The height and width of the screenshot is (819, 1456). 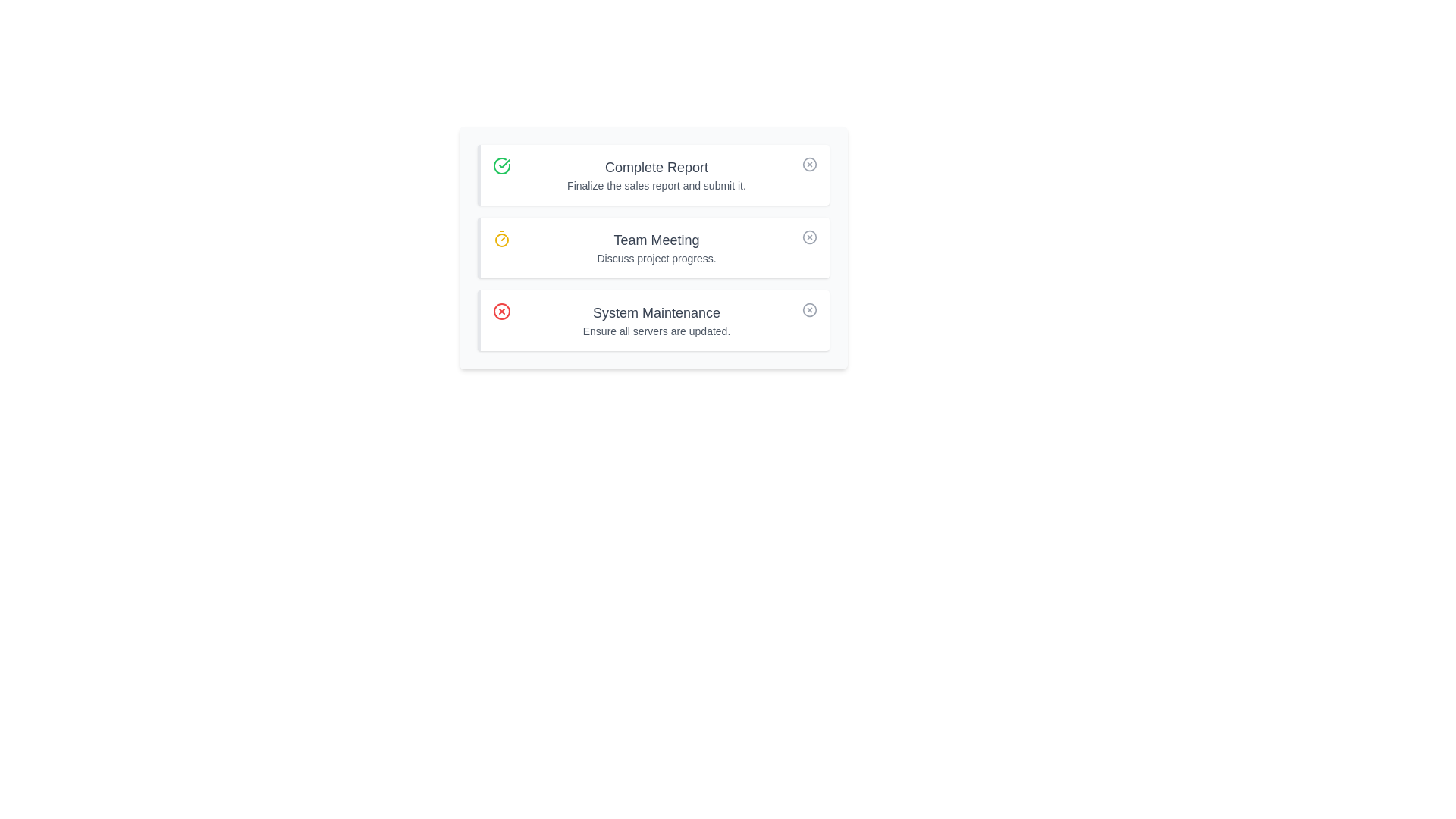 What do you see at coordinates (654, 247) in the screenshot?
I see `the task titled Team Meeting to emphasize its details` at bounding box center [654, 247].